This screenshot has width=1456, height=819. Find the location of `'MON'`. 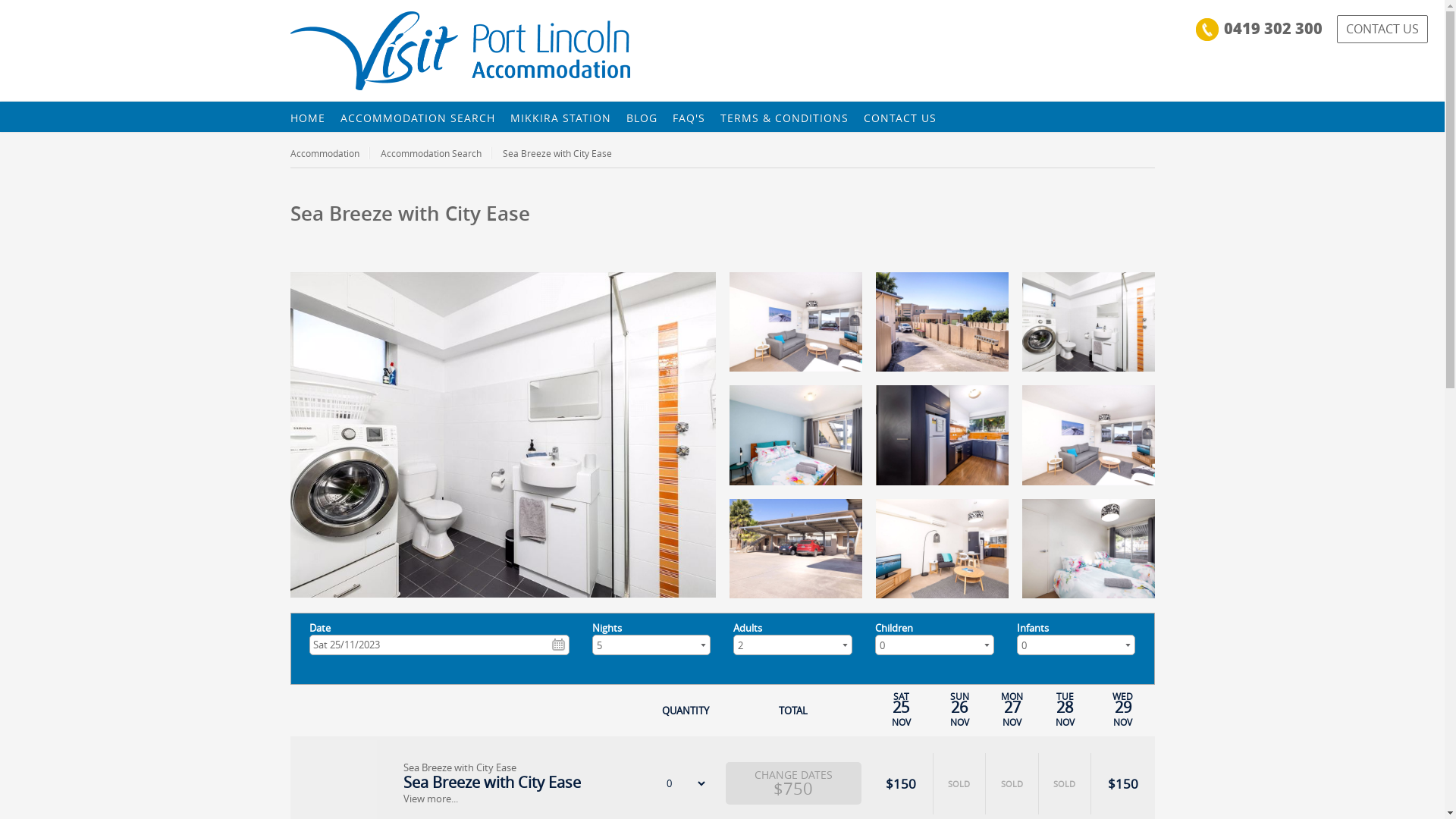

'MON' is located at coordinates (1012, 696).